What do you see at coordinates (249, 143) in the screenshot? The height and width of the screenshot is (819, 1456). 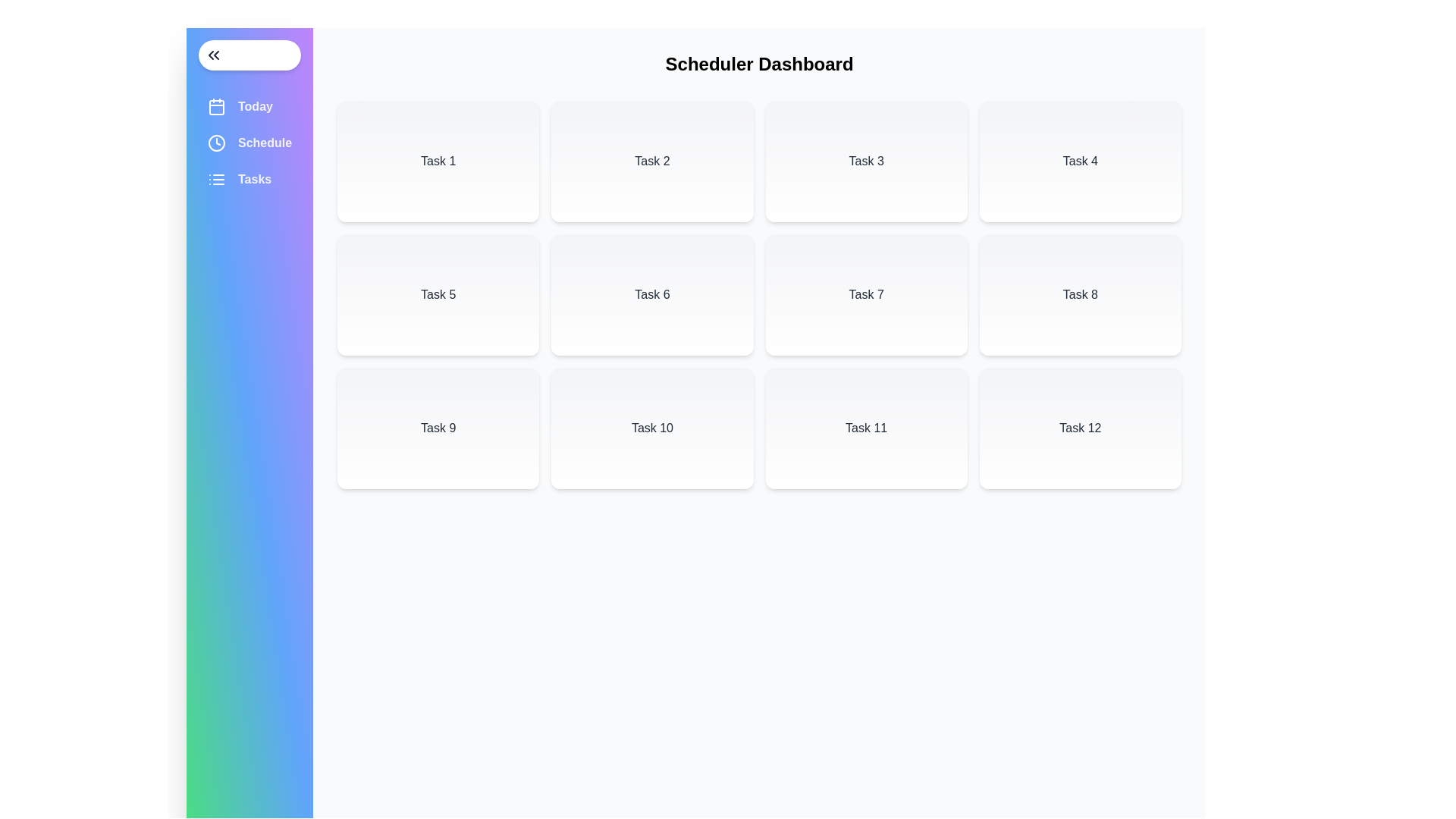 I see `the 'Schedule' menu item` at bounding box center [249, 143].